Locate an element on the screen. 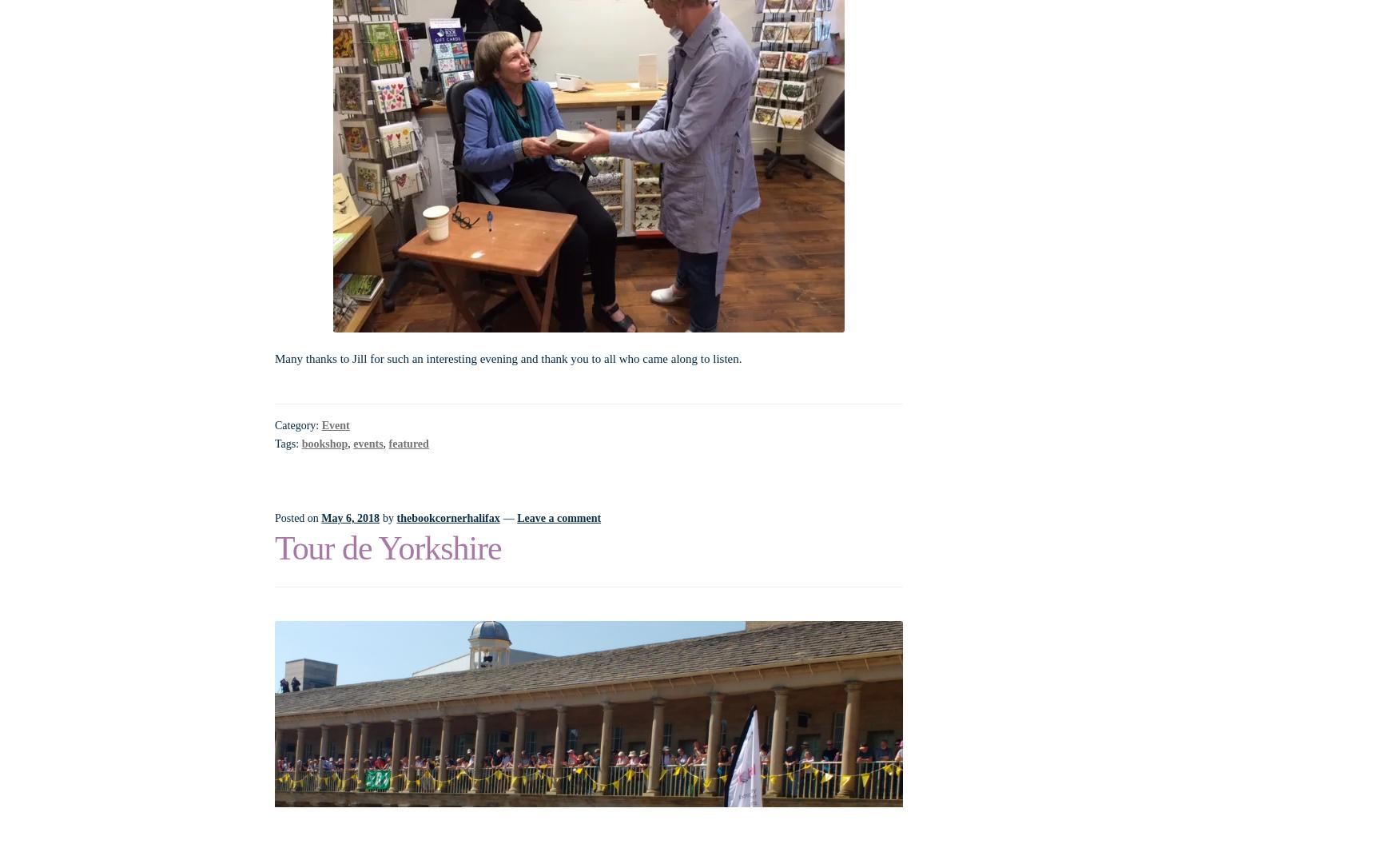 The image size is (1400, 848). 'thebookcornerhalifax' is located at coordinates (396, 516).